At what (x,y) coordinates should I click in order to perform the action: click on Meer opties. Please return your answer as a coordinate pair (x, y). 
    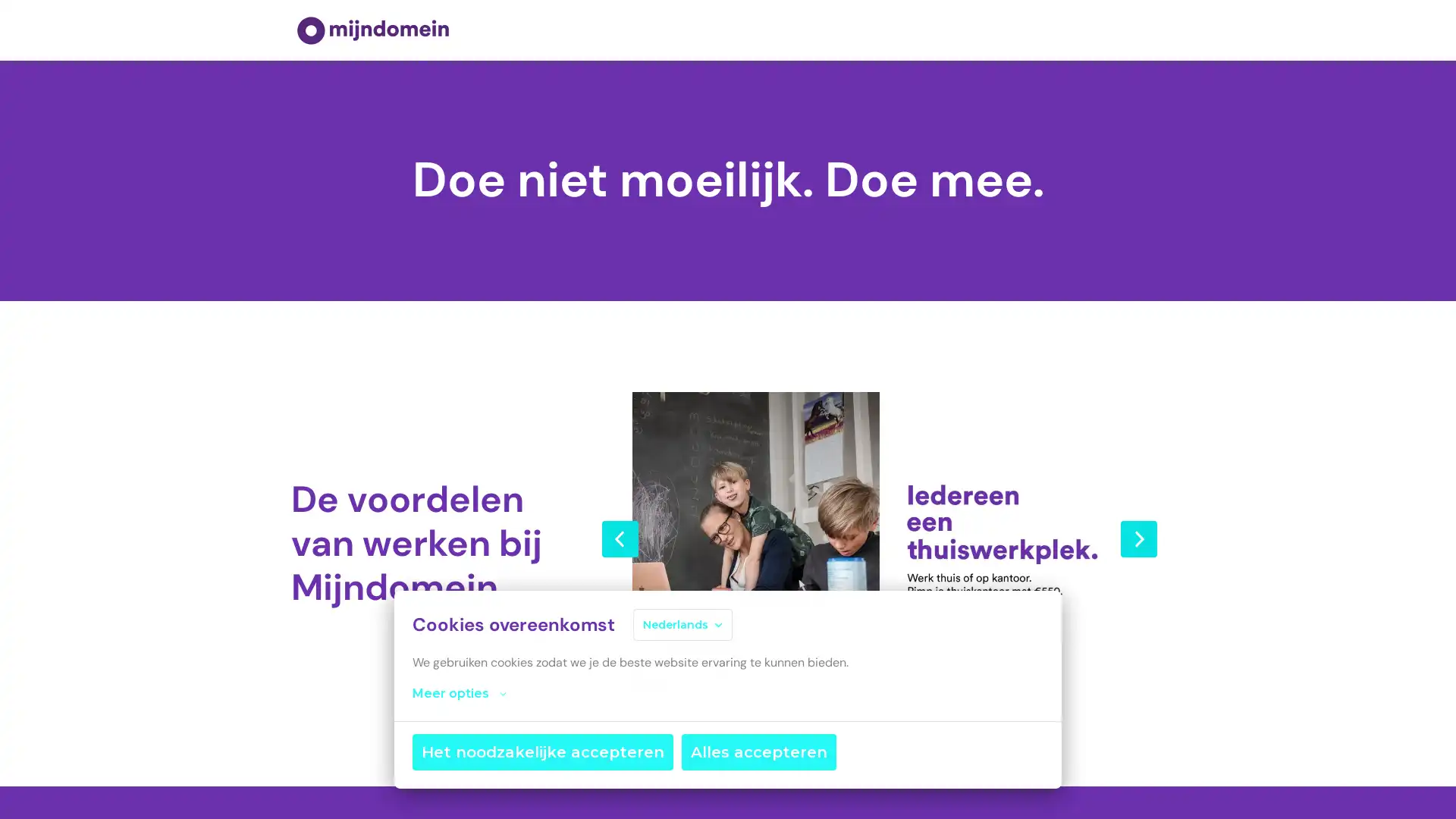
    Looking at the image, I should click on (458, 693).